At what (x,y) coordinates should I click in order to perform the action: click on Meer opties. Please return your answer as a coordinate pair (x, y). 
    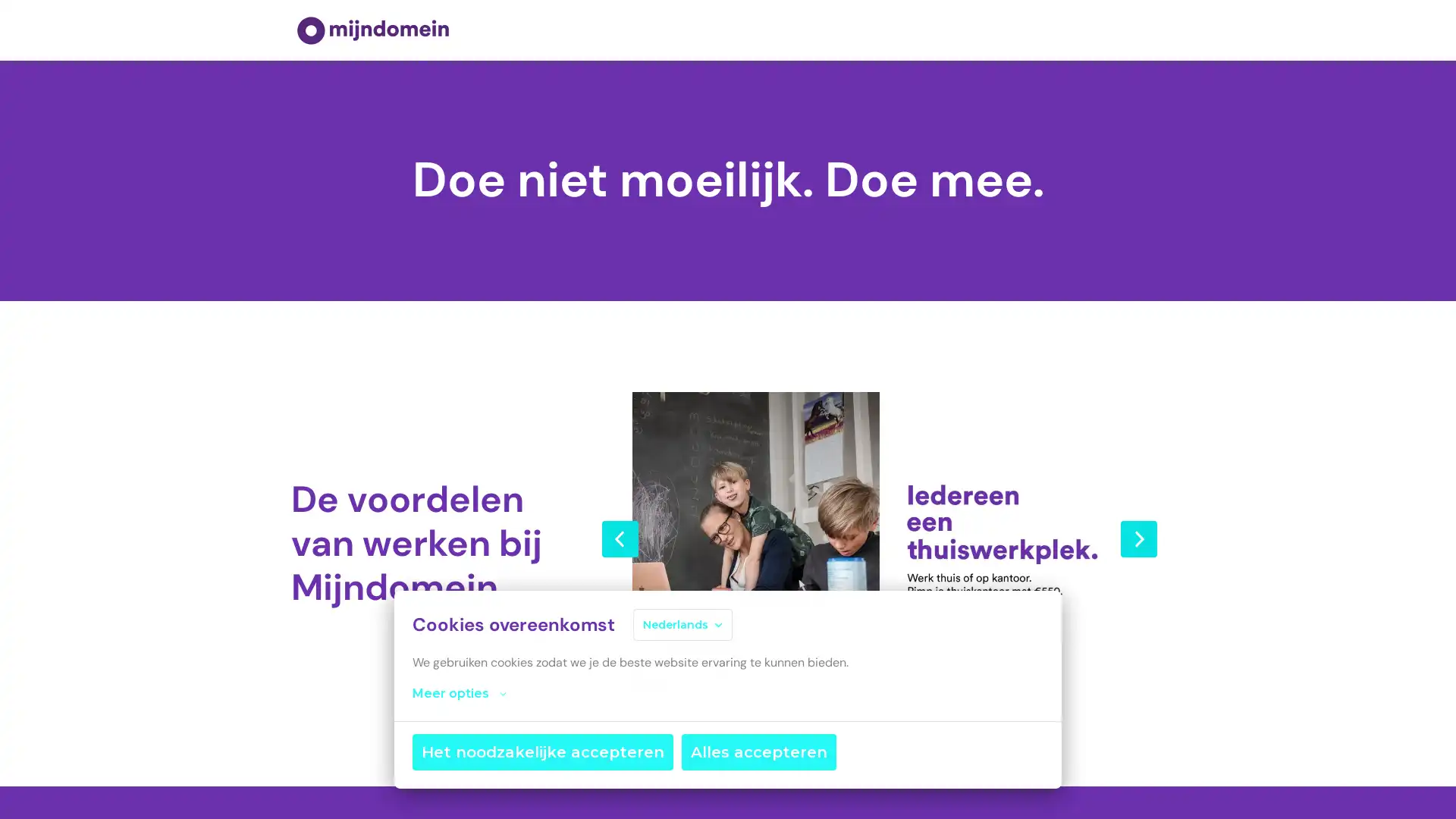
    Looking at the image, I should click on (458, 693).